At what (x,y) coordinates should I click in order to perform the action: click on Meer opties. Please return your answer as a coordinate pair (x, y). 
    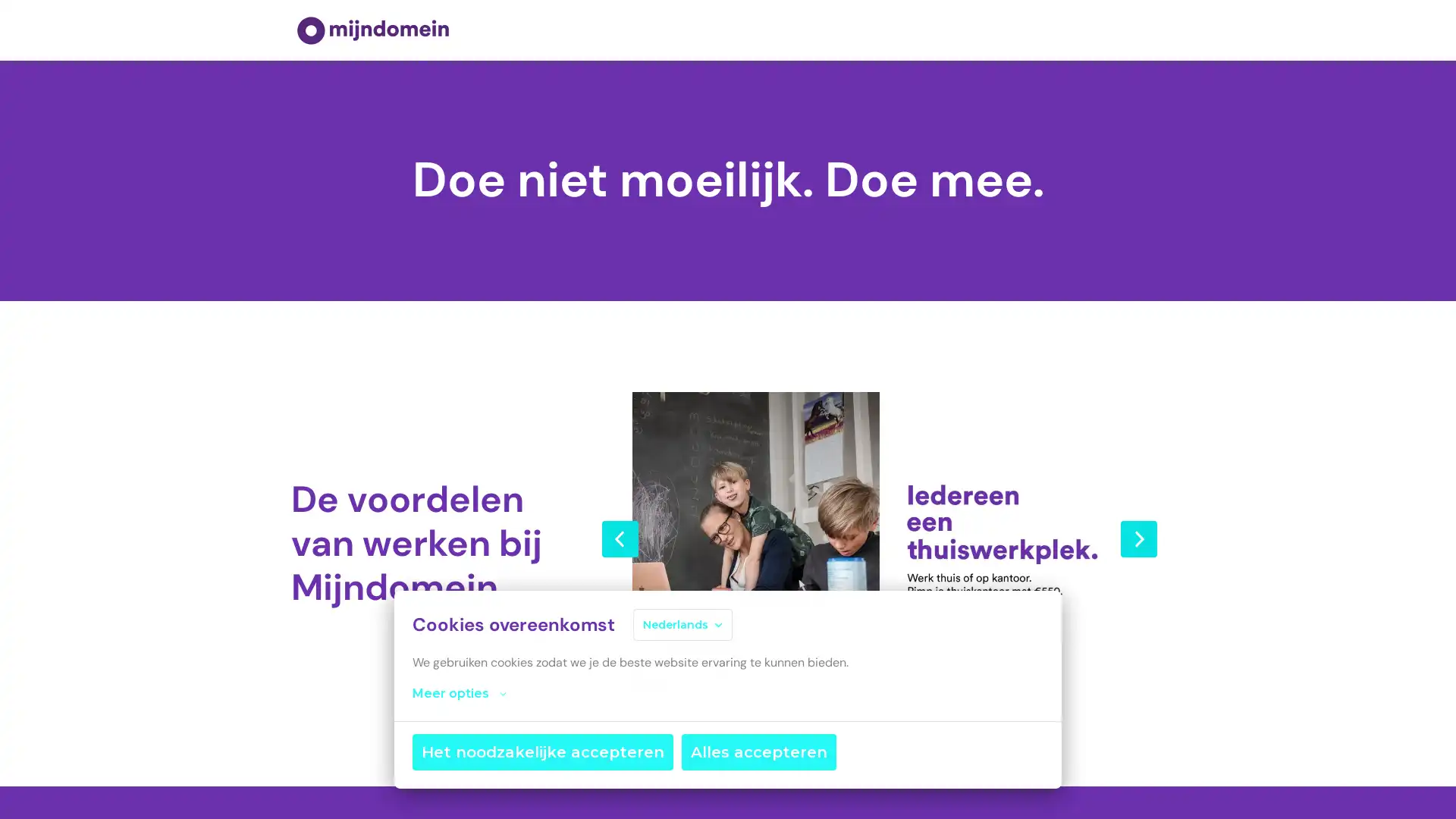
    Looking at the image, I should click on (458, 693).